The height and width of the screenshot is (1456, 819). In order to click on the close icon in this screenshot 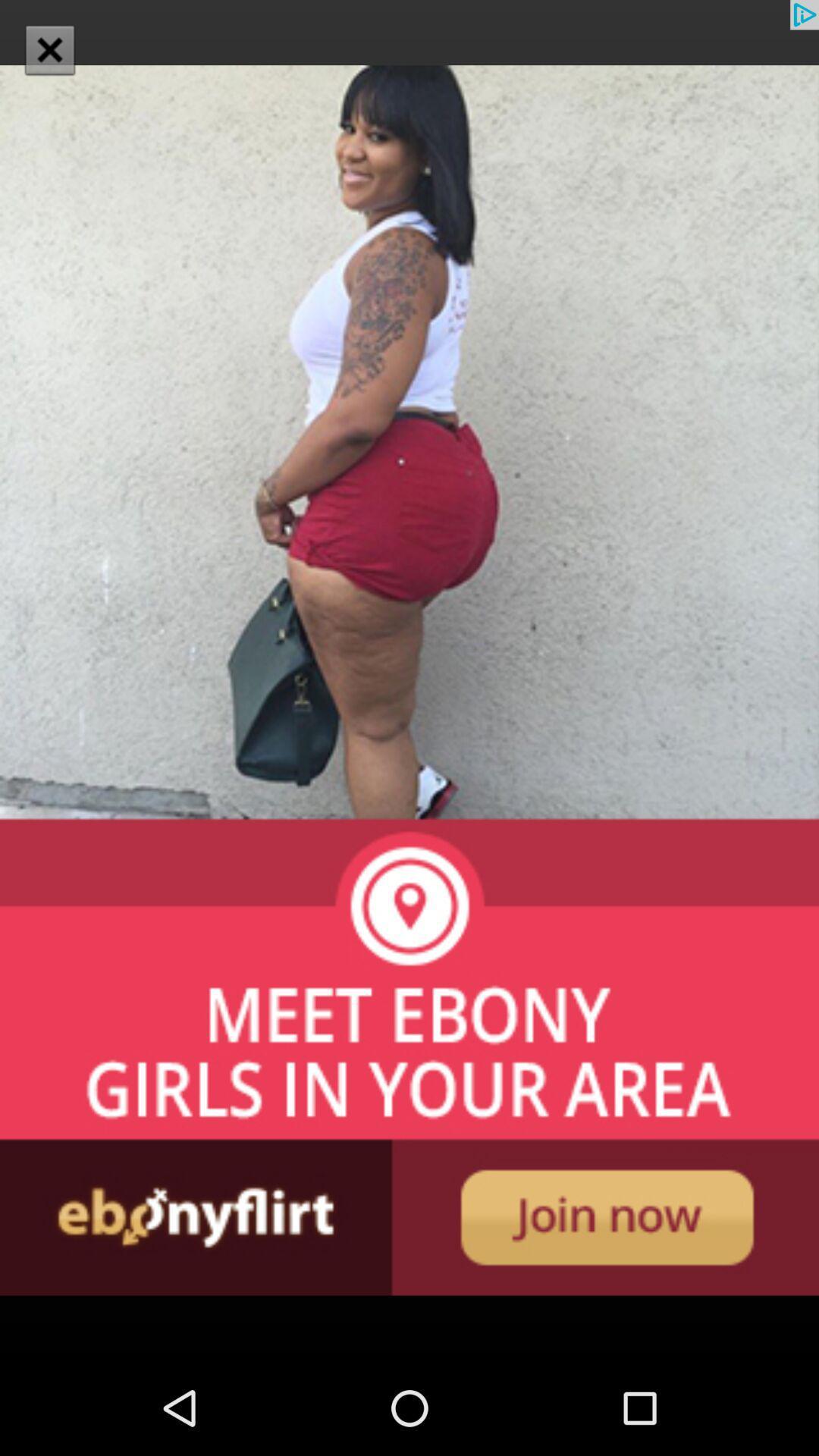, I will do `click(49, 53)`.